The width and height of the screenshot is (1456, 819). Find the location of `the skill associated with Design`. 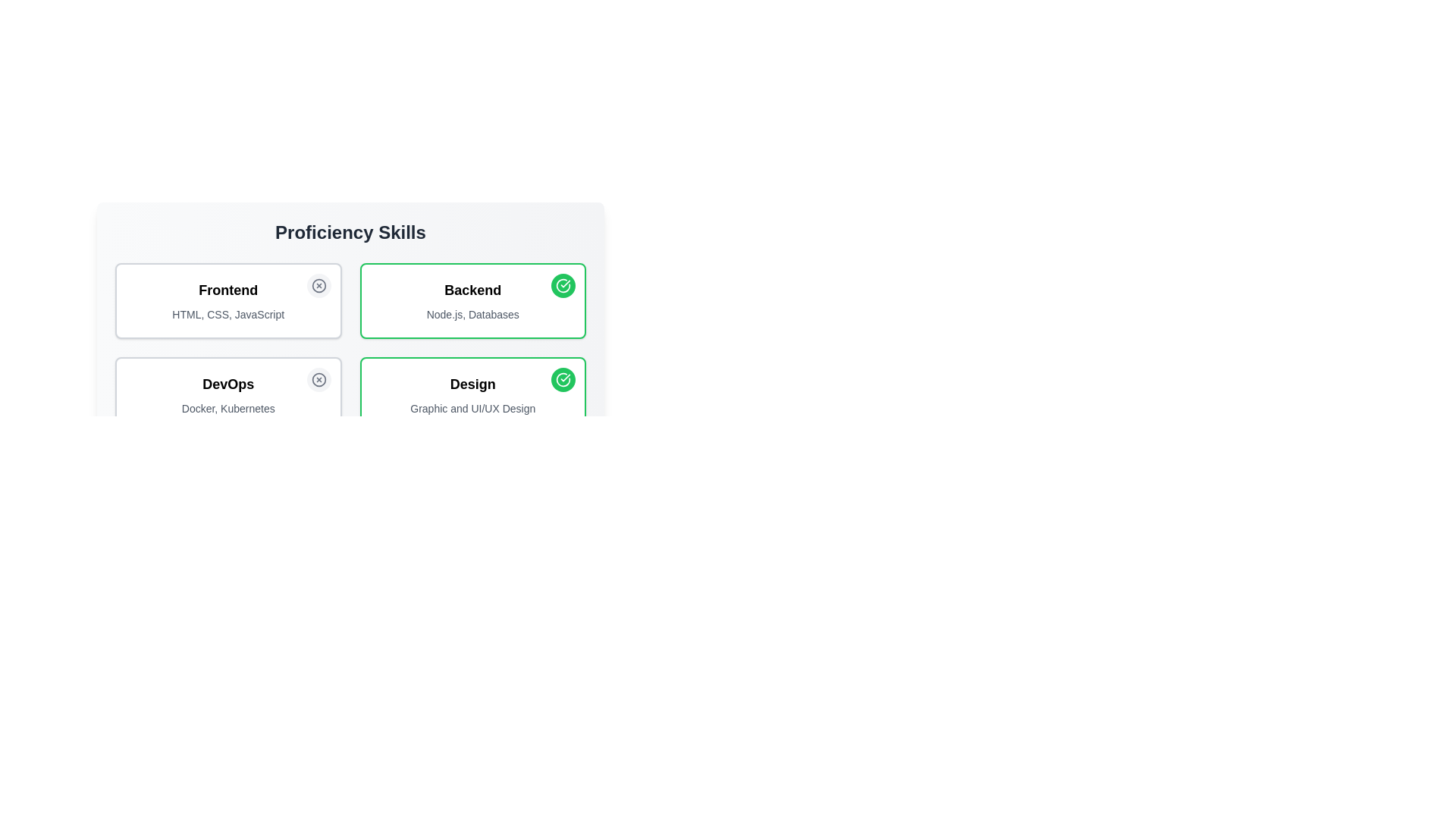

the skill associated with Design is located at coordinates (563, 379).